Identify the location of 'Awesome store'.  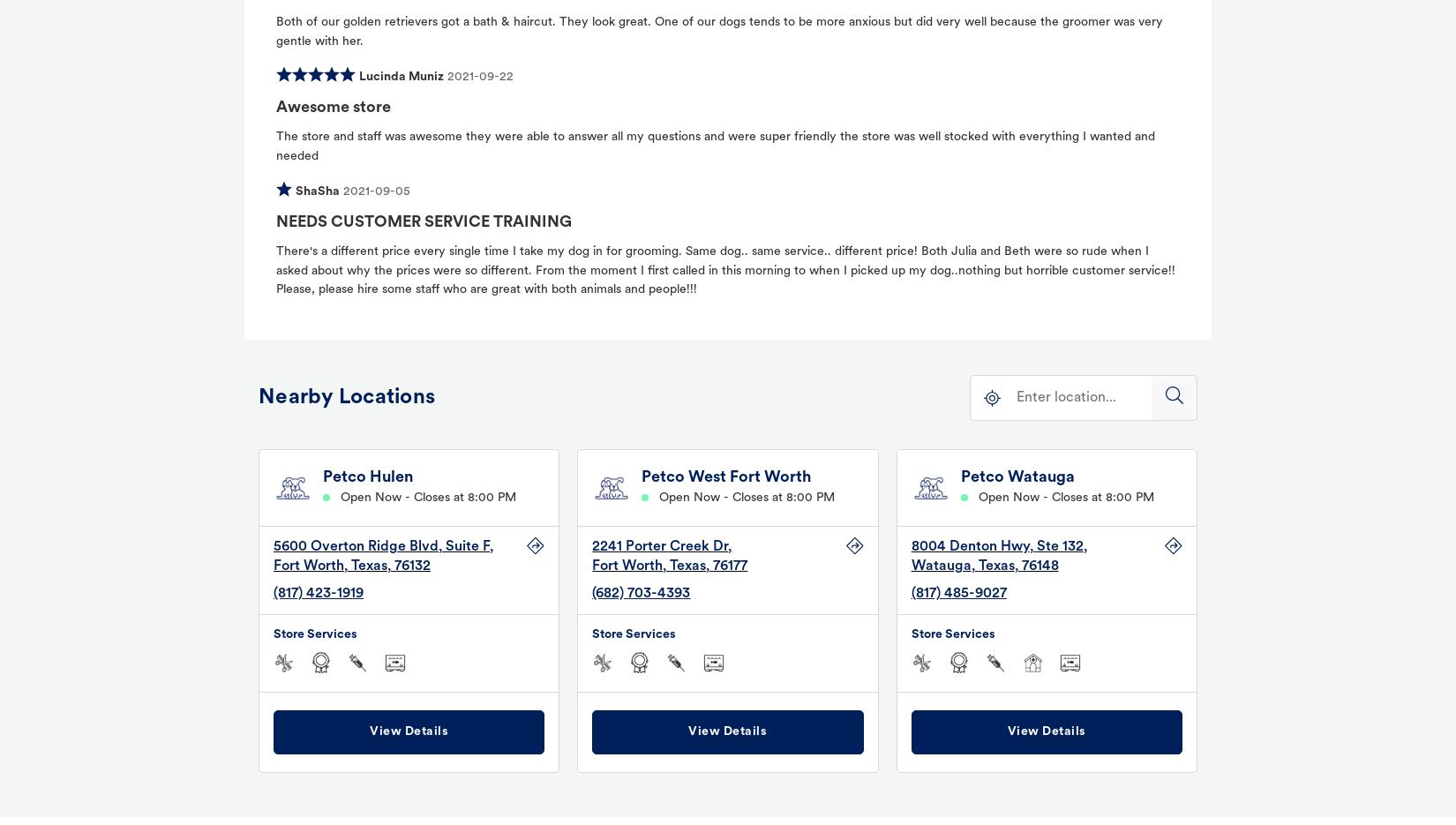
(334, 106).